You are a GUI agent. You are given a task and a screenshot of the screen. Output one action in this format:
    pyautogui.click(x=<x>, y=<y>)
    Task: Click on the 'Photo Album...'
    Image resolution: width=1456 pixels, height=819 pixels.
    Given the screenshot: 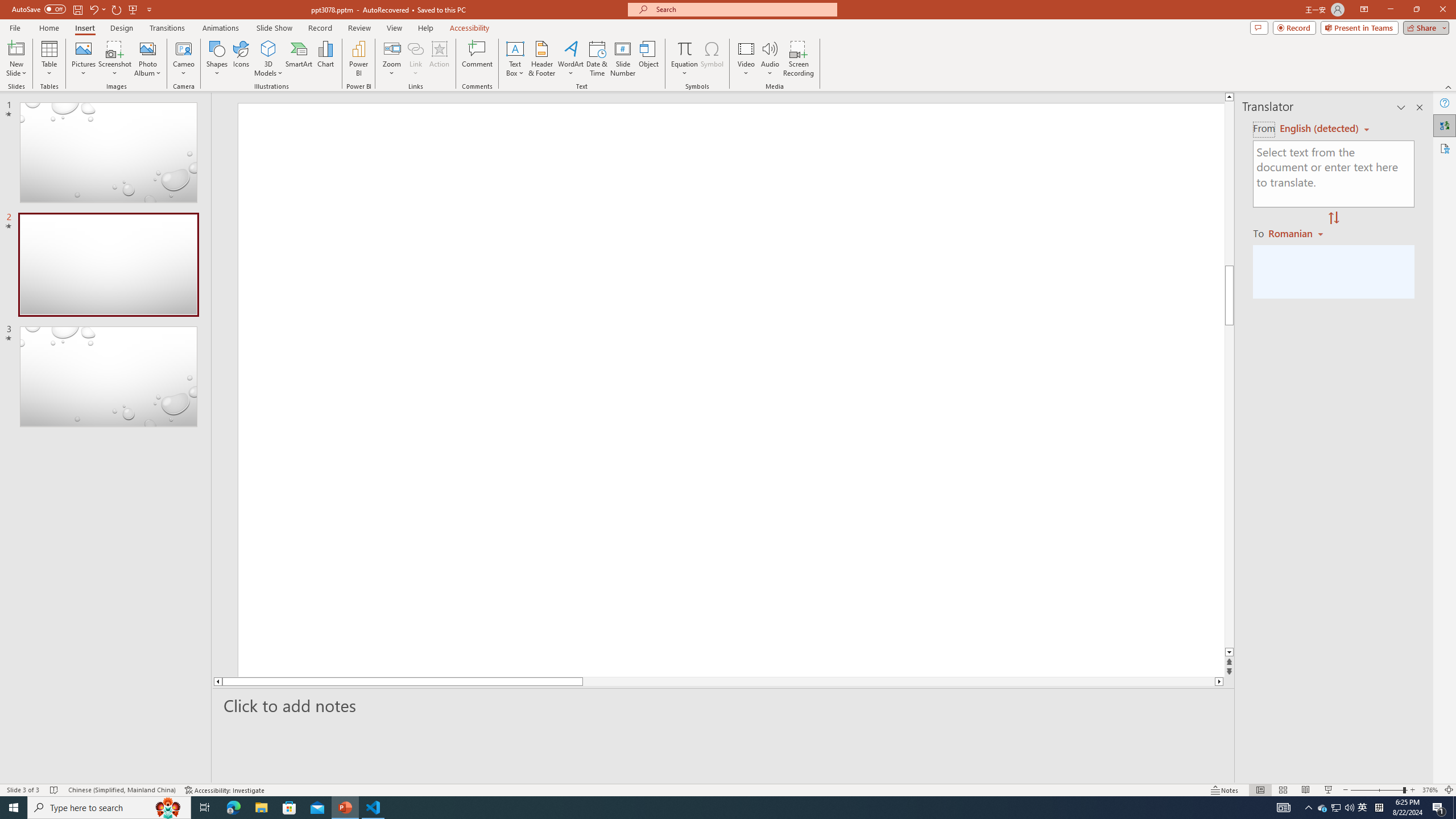 What is the action you would take?
    pyautogui.click(x=147, y=59)
    